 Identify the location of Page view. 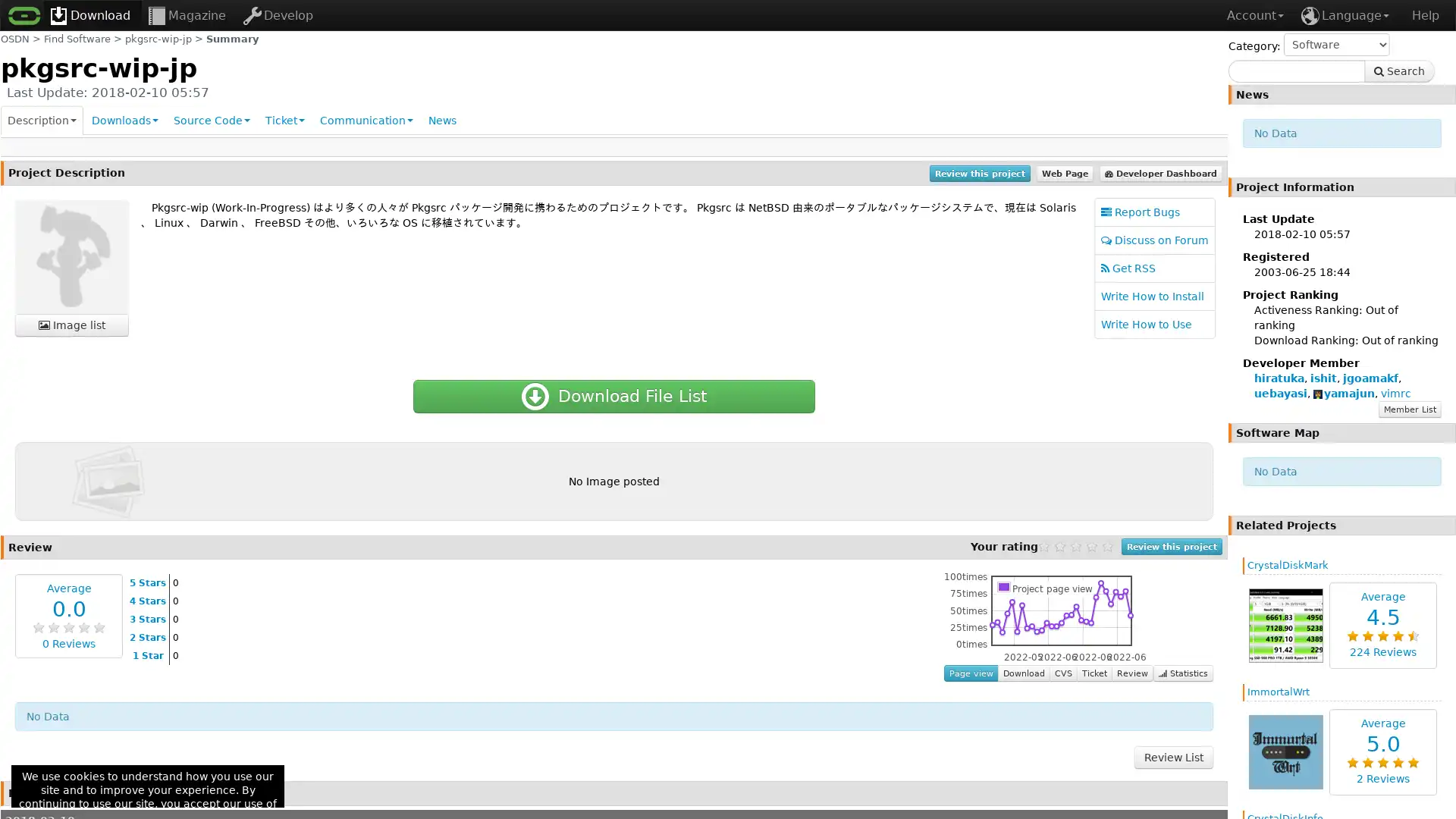
(971, 672).